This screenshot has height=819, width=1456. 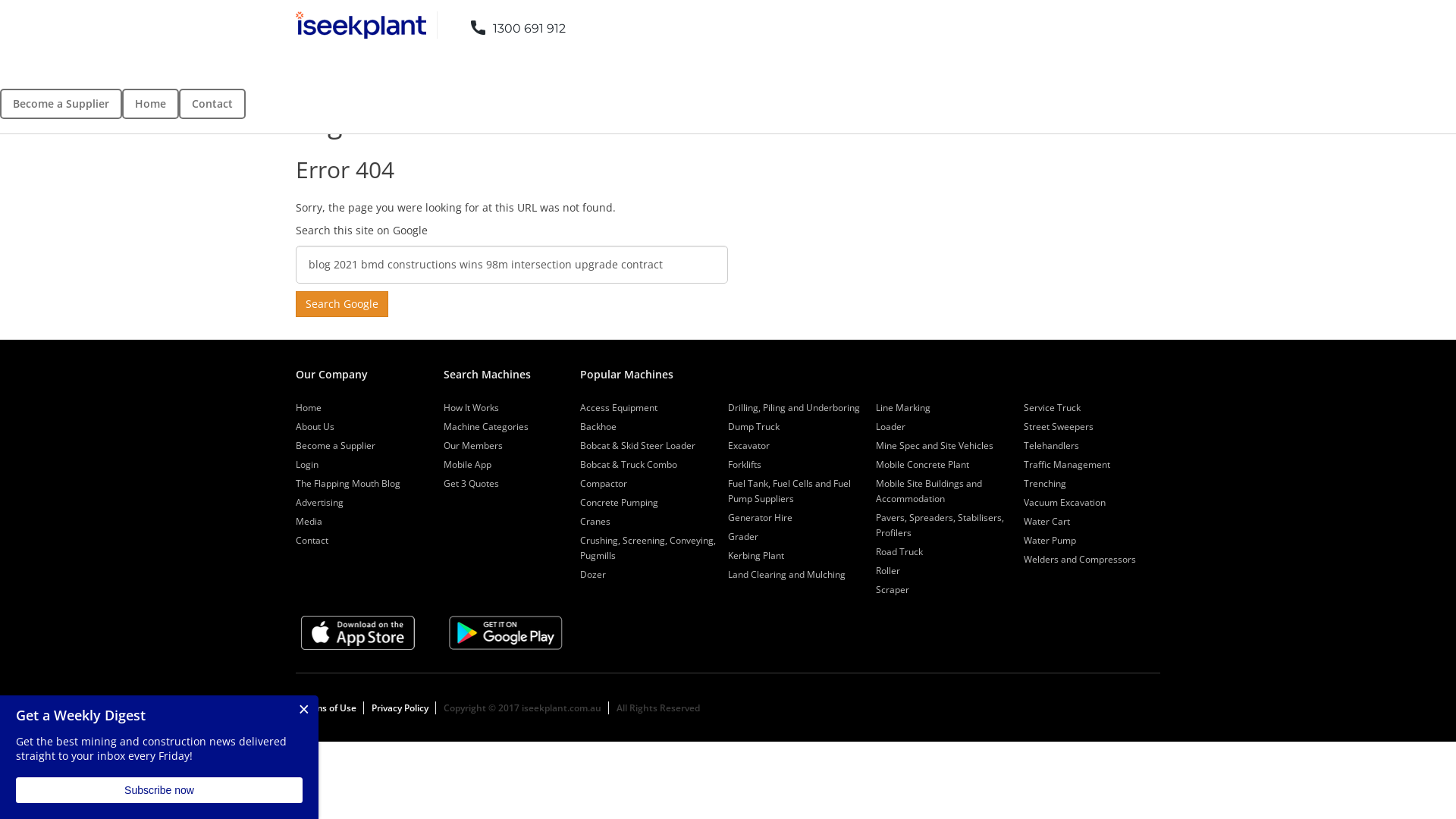 What do you see at coordinates (470, 406) in the screenshot?
I see `'How It Works'` at bounding box center [470, 406].